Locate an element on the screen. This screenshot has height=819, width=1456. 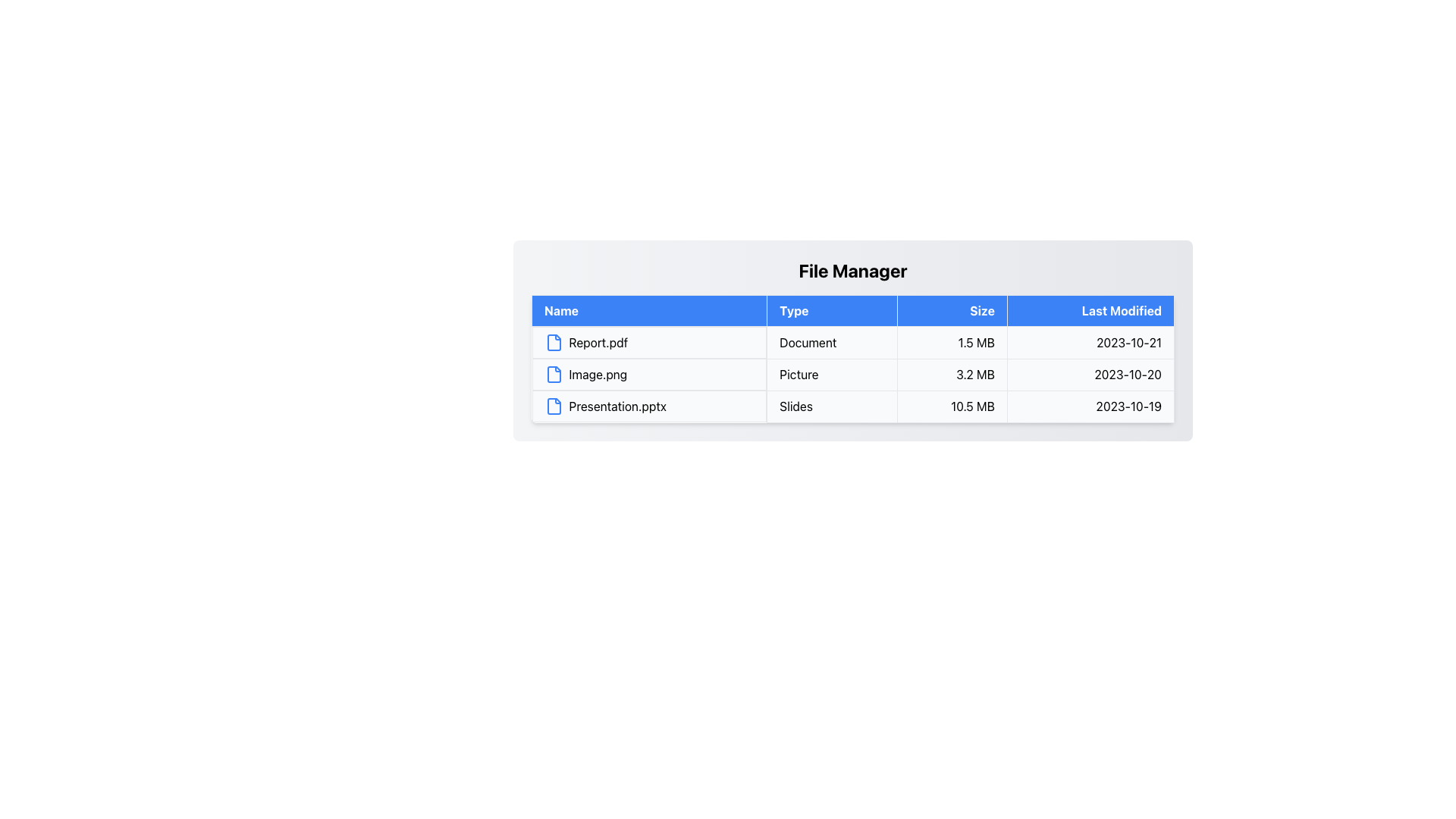
the 'Document' text label in the 'Type' column of the table, which is styled in black font against a light background is located at coordinates (831, 342).